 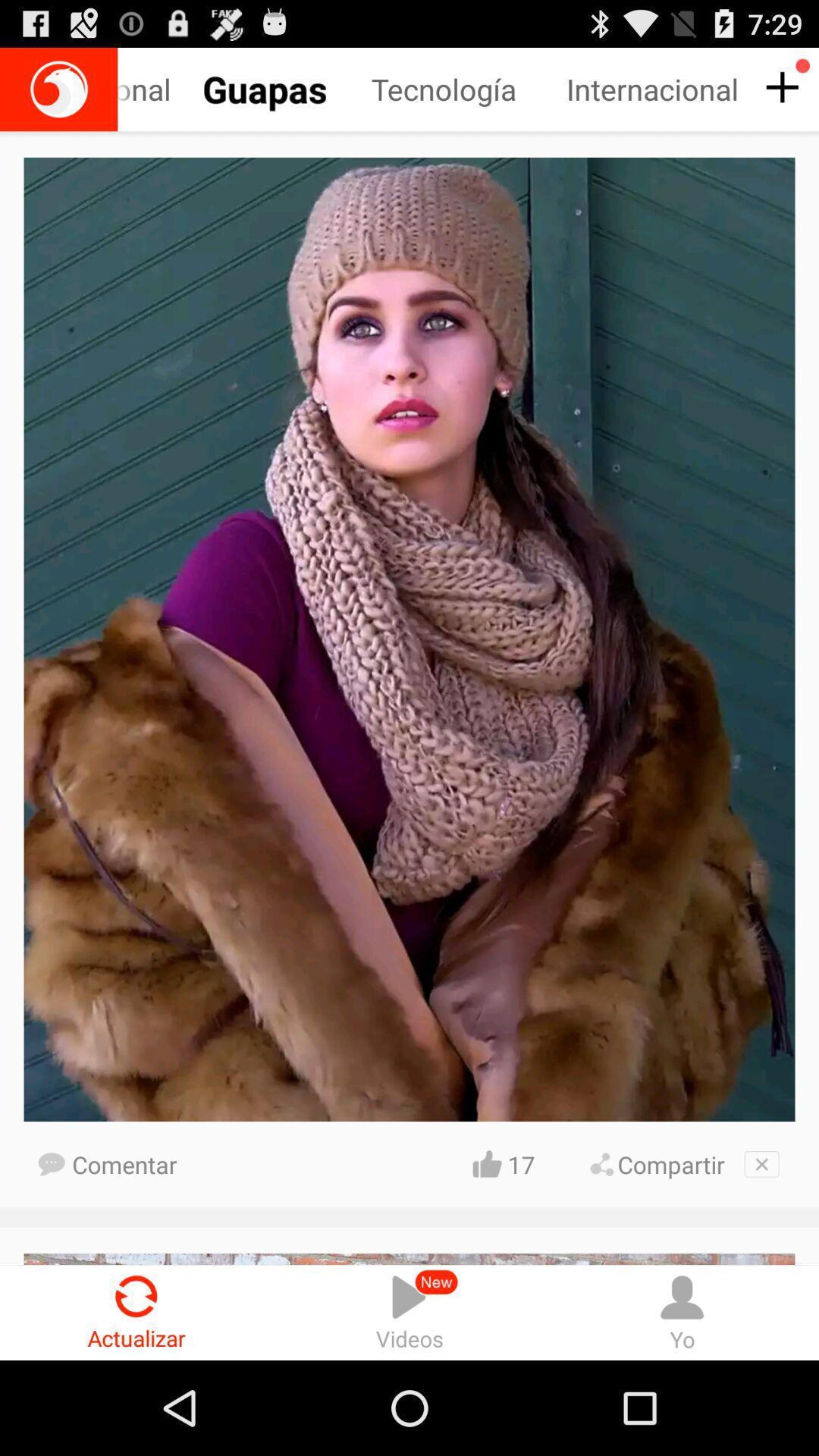 What do you see at coordinates (58, 89) in the screenshot?
I see `he can activate the simple voice command` at bounding box center [58, 89].